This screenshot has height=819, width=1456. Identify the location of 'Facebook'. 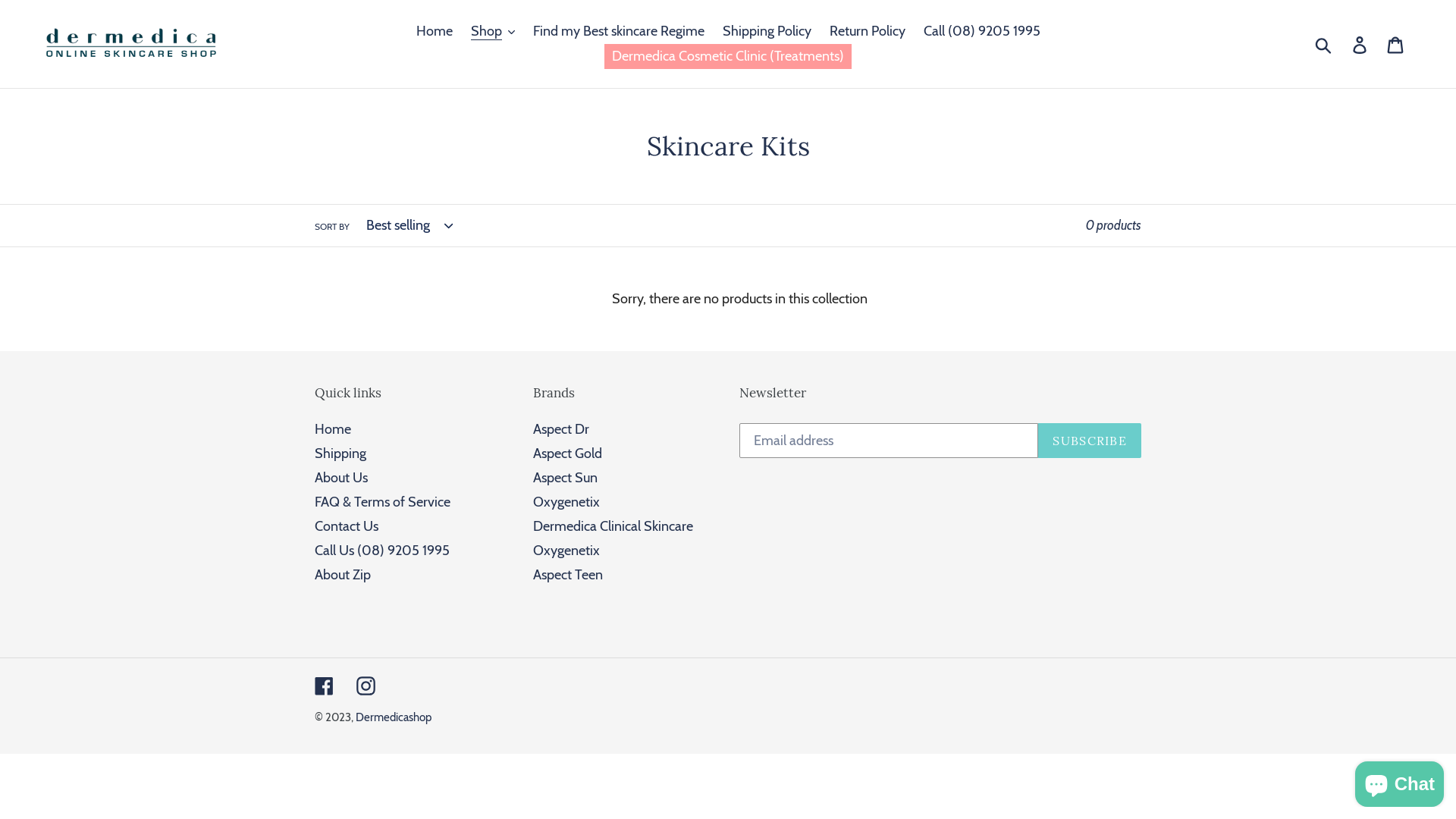
(323, 684).